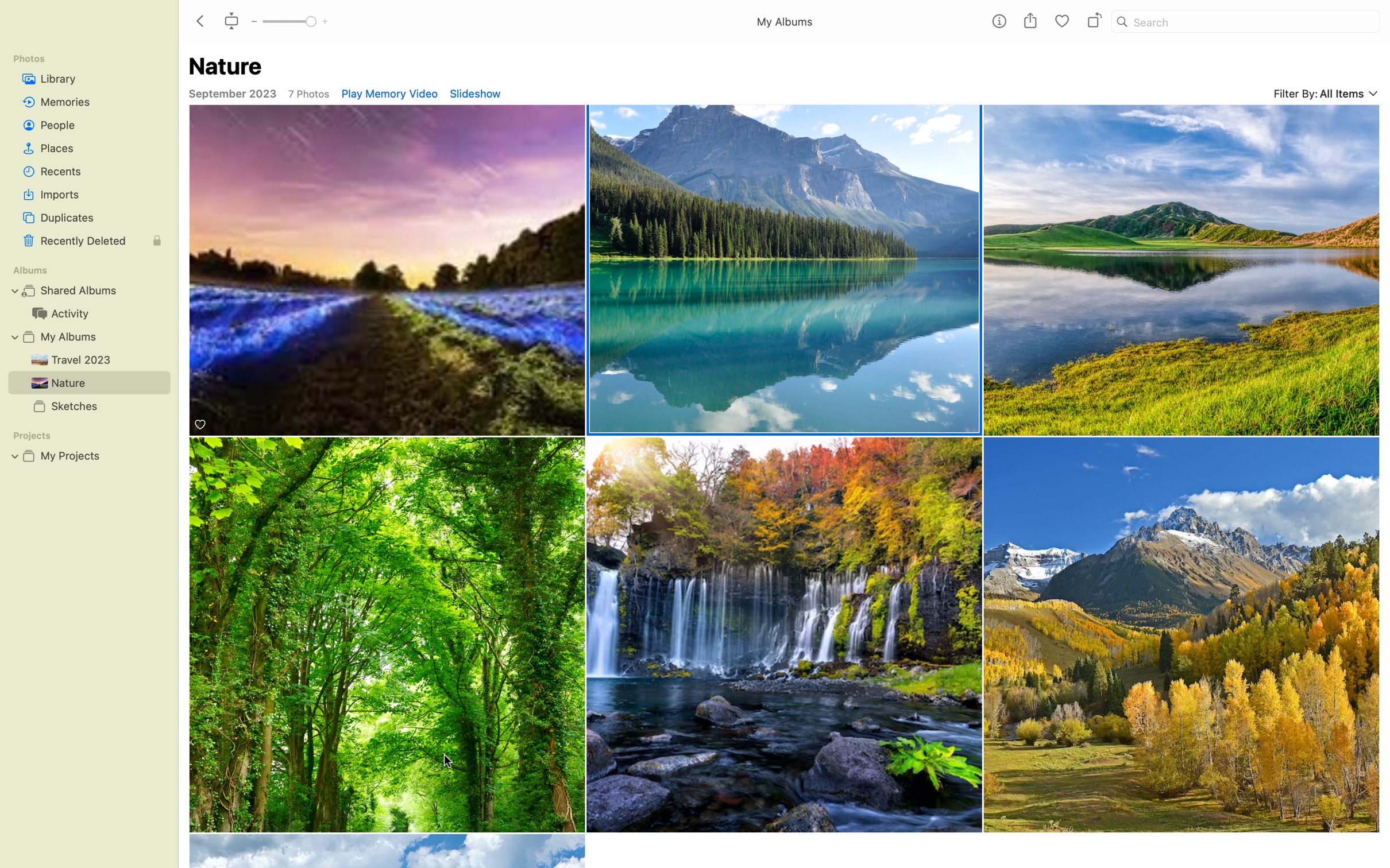  What do you see at coordinates (387, 271) in the screenshot?
I see `Zoom into the bioluminescence picture by clicking on it` at bounding box center [387, 271].